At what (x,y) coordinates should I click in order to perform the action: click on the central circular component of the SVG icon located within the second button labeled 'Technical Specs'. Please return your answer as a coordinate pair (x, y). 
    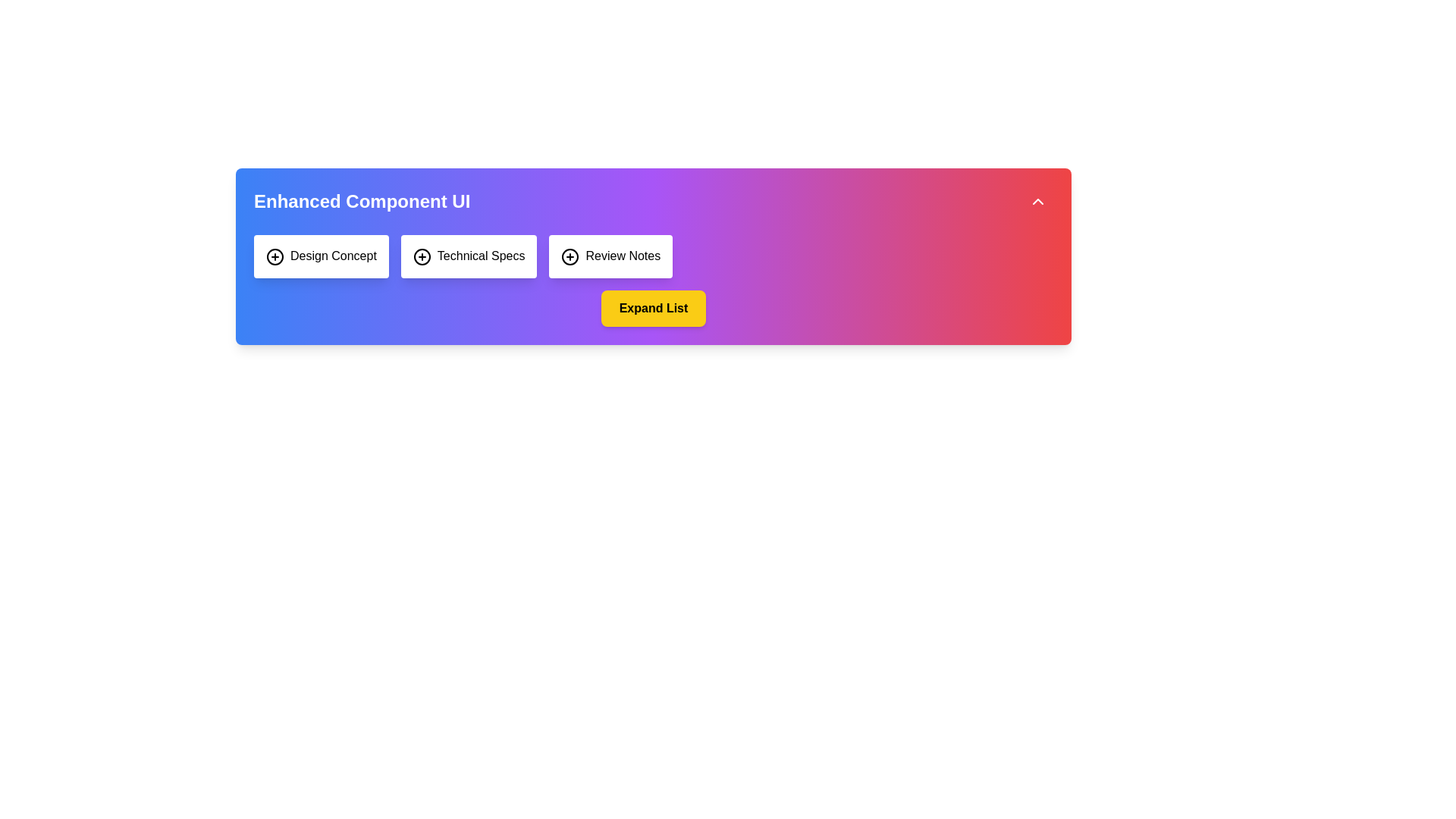
    Looking at the image, I should click on (422, 256).